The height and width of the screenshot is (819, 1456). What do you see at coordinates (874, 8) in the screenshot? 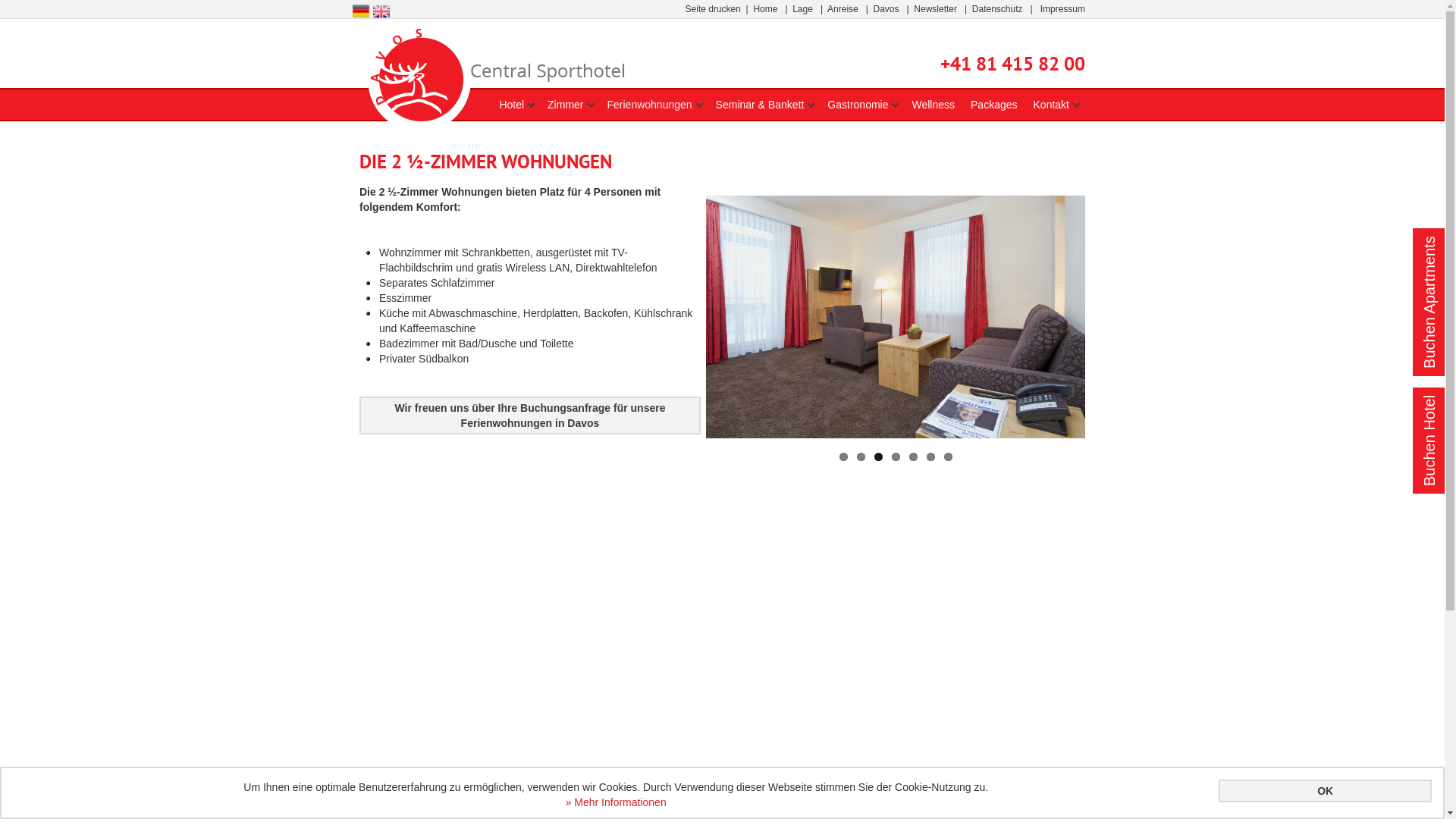
I see `'Davos'` at bounding box center [874, 8].